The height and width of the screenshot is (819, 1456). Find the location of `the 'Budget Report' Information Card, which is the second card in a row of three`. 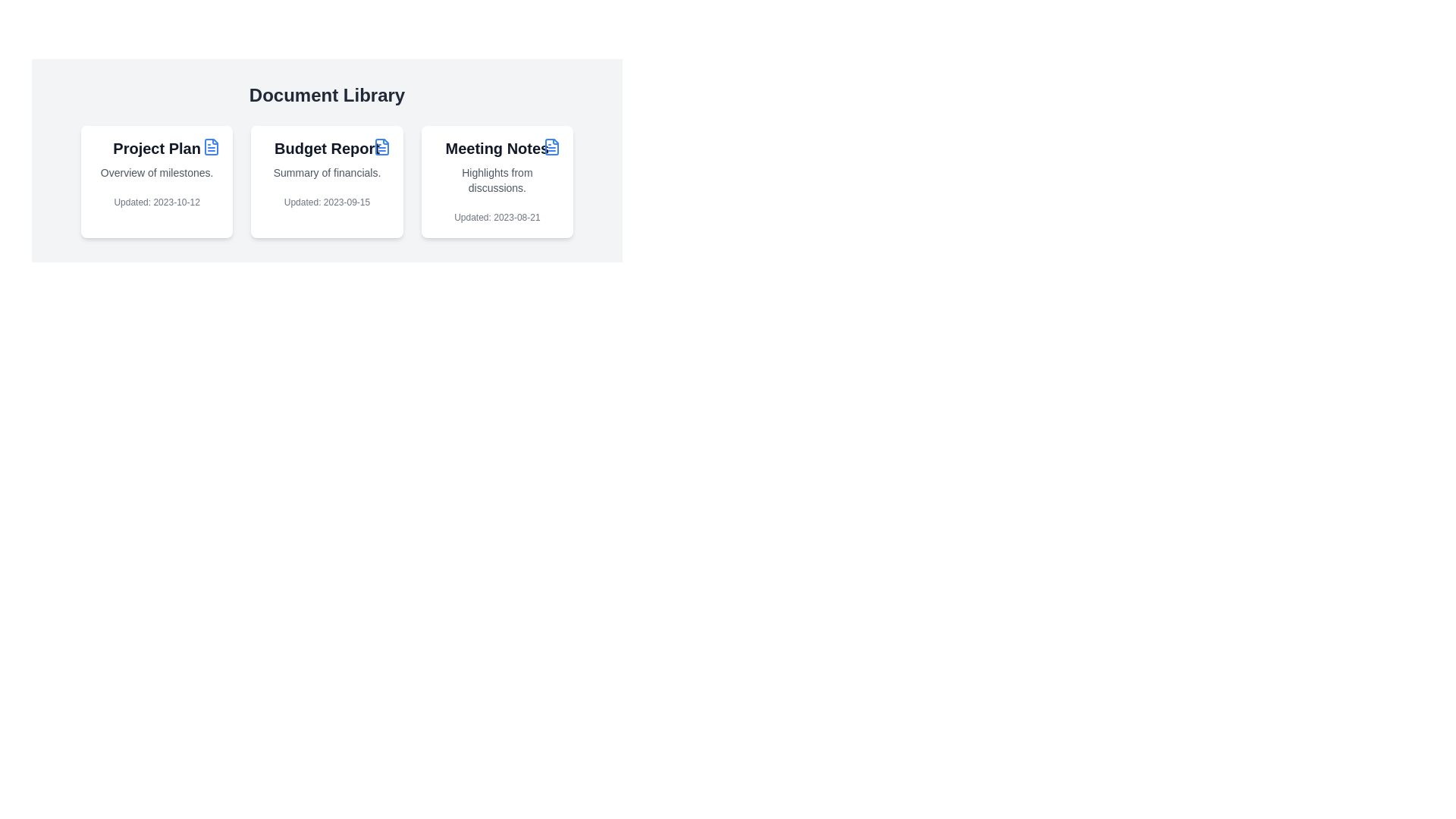

the 'Budget Report' Information Card, which is the second card in a row of three is located at coordinates (326, 180).